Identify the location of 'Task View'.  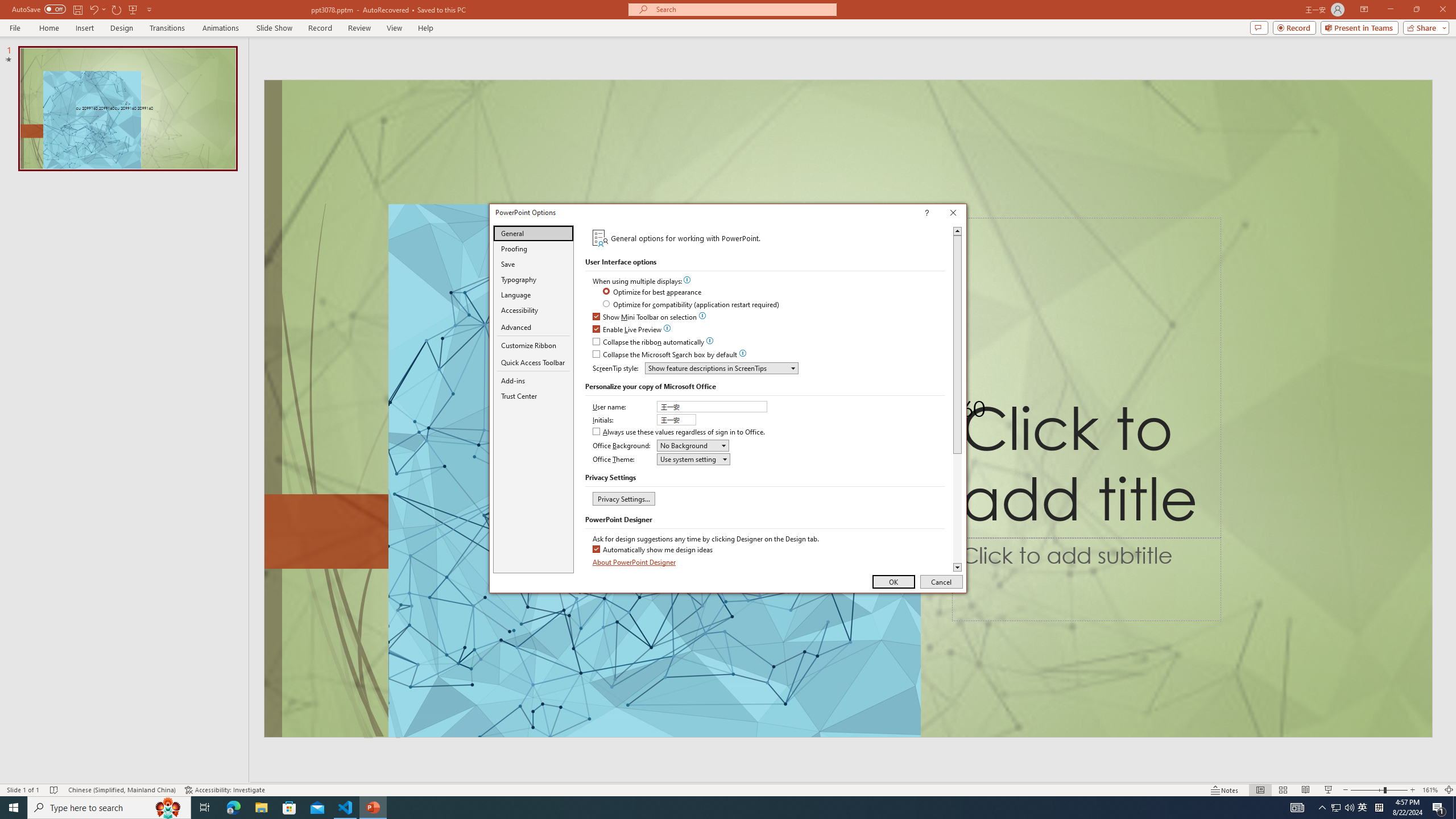
(204, 806).